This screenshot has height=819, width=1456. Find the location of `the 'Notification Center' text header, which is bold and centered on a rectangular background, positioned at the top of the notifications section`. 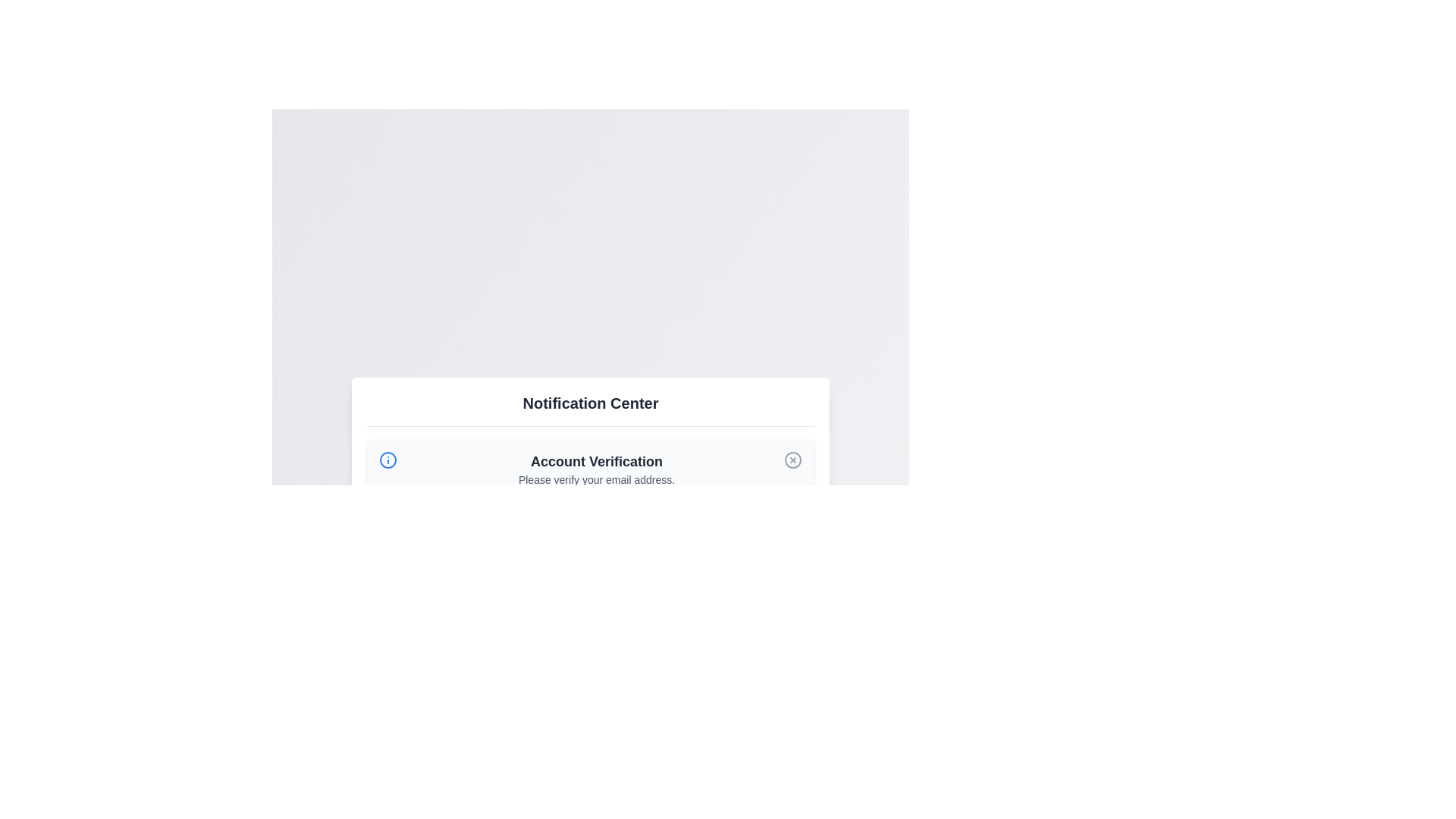

the 'Notification Center' text header, which is bold and centered on a rectangular background, positioned at the top of the notifications section is located at coordinates (589, 409).